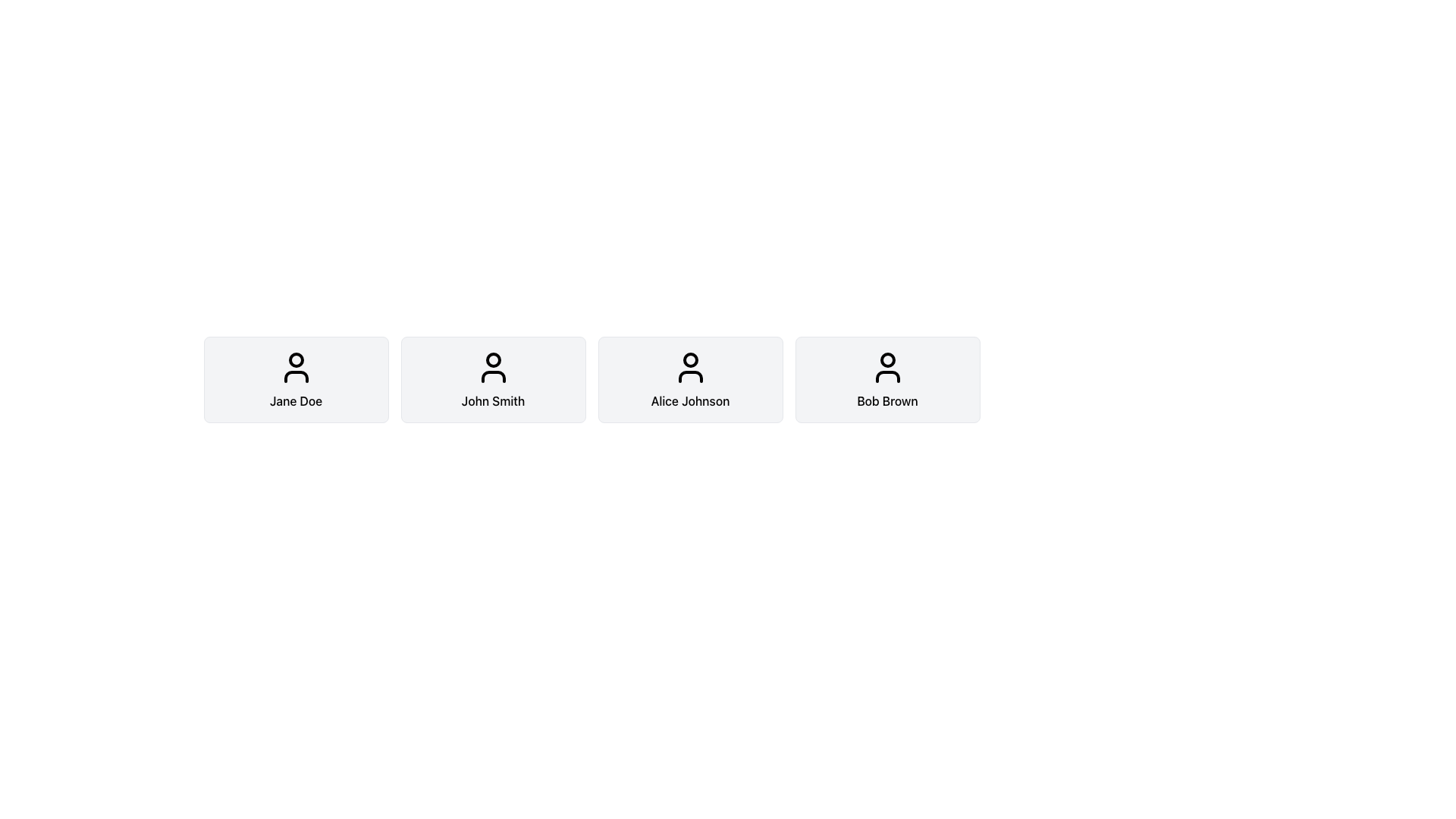  Describe the element at coordinates (887, 376) in the screenshot. I see `the torso portion of the user profile icon for 'Bob Brown', located in the fourth card from the left` at that location.